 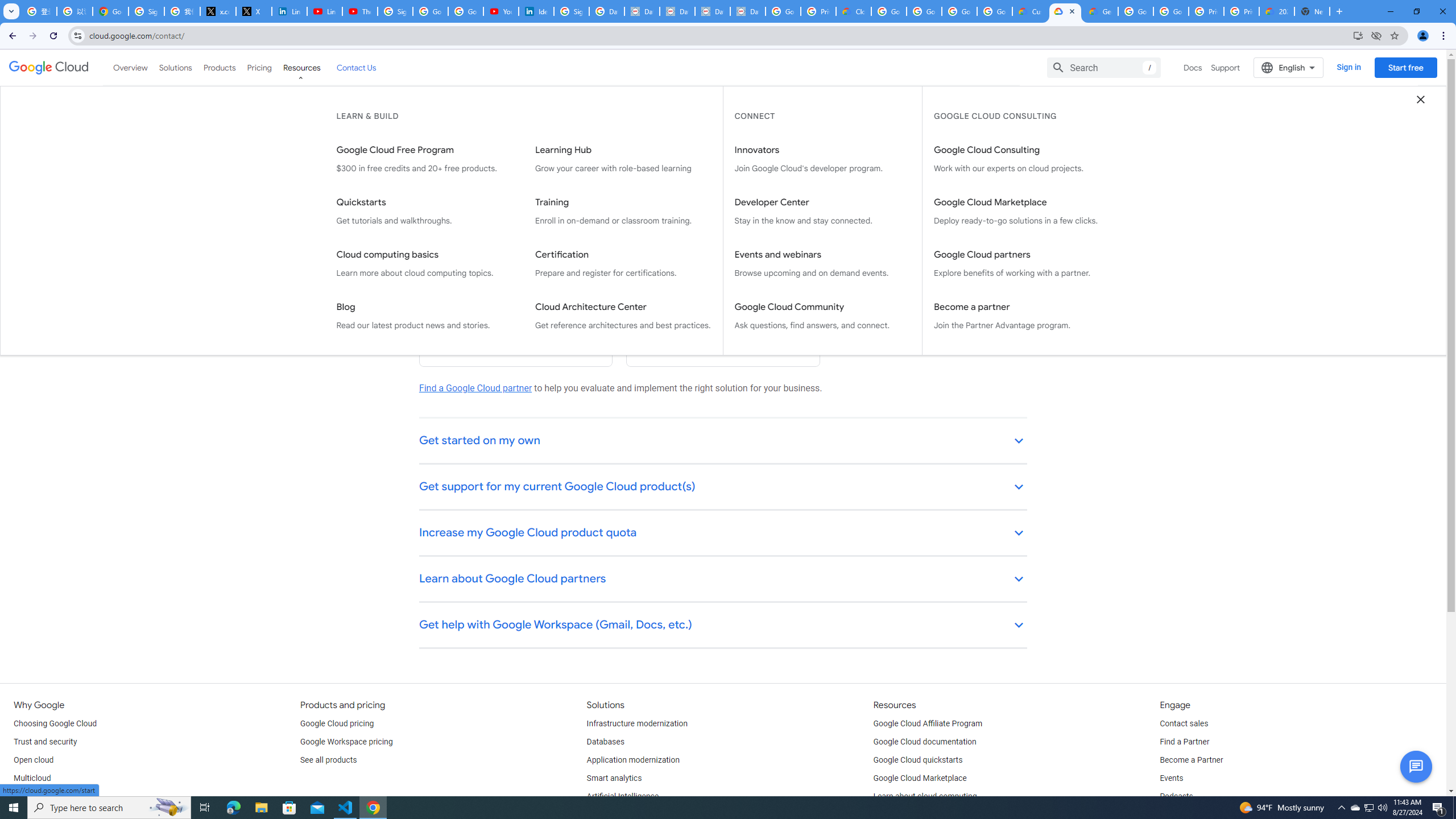 I want to click on 'Google Cloud Marketplace', so click(x=920, y=778).